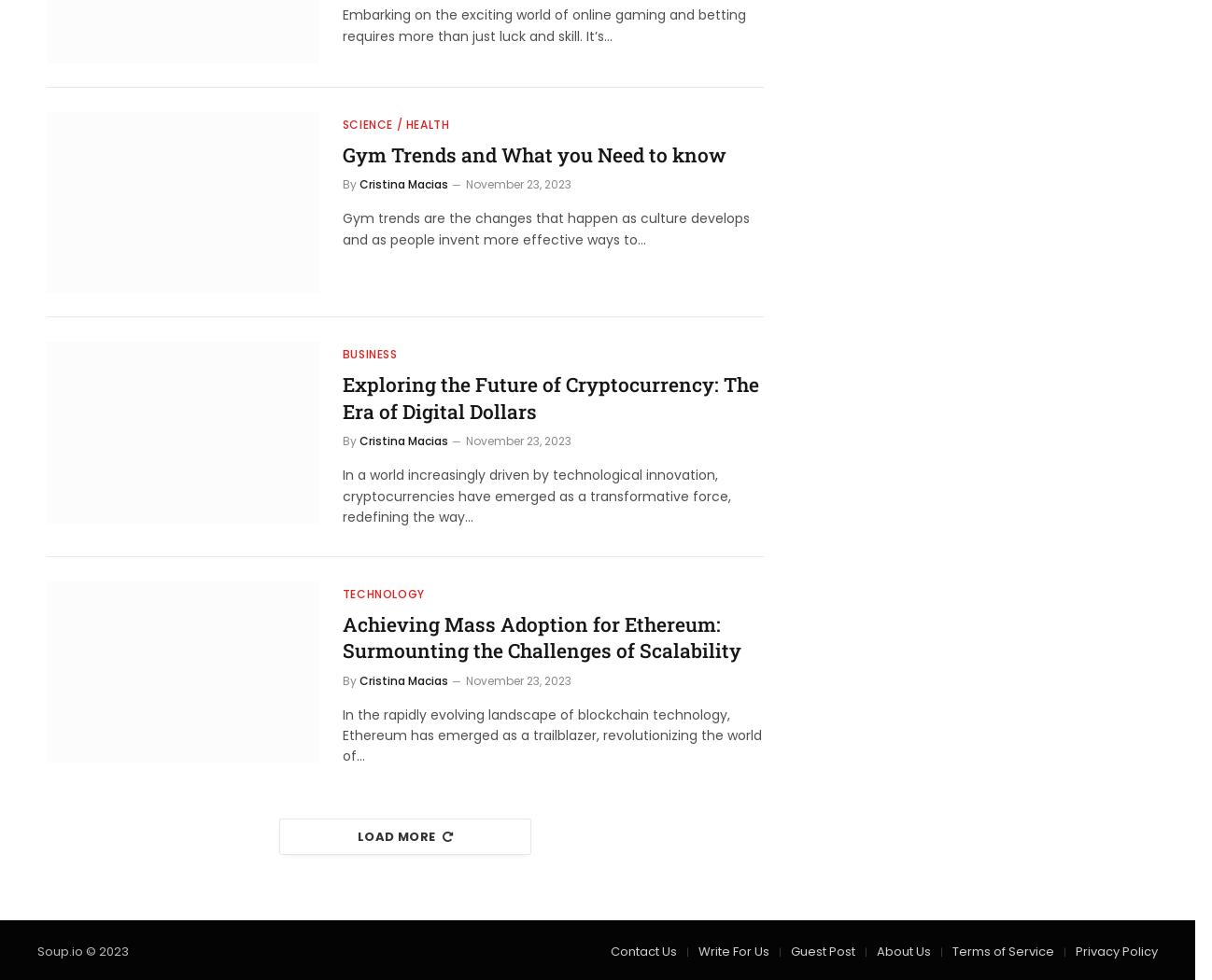 This screenshot has height=980, width=1212. Describe the element at coordinates (903, 949) in the screenshot. I see `'About Us'` at that location.